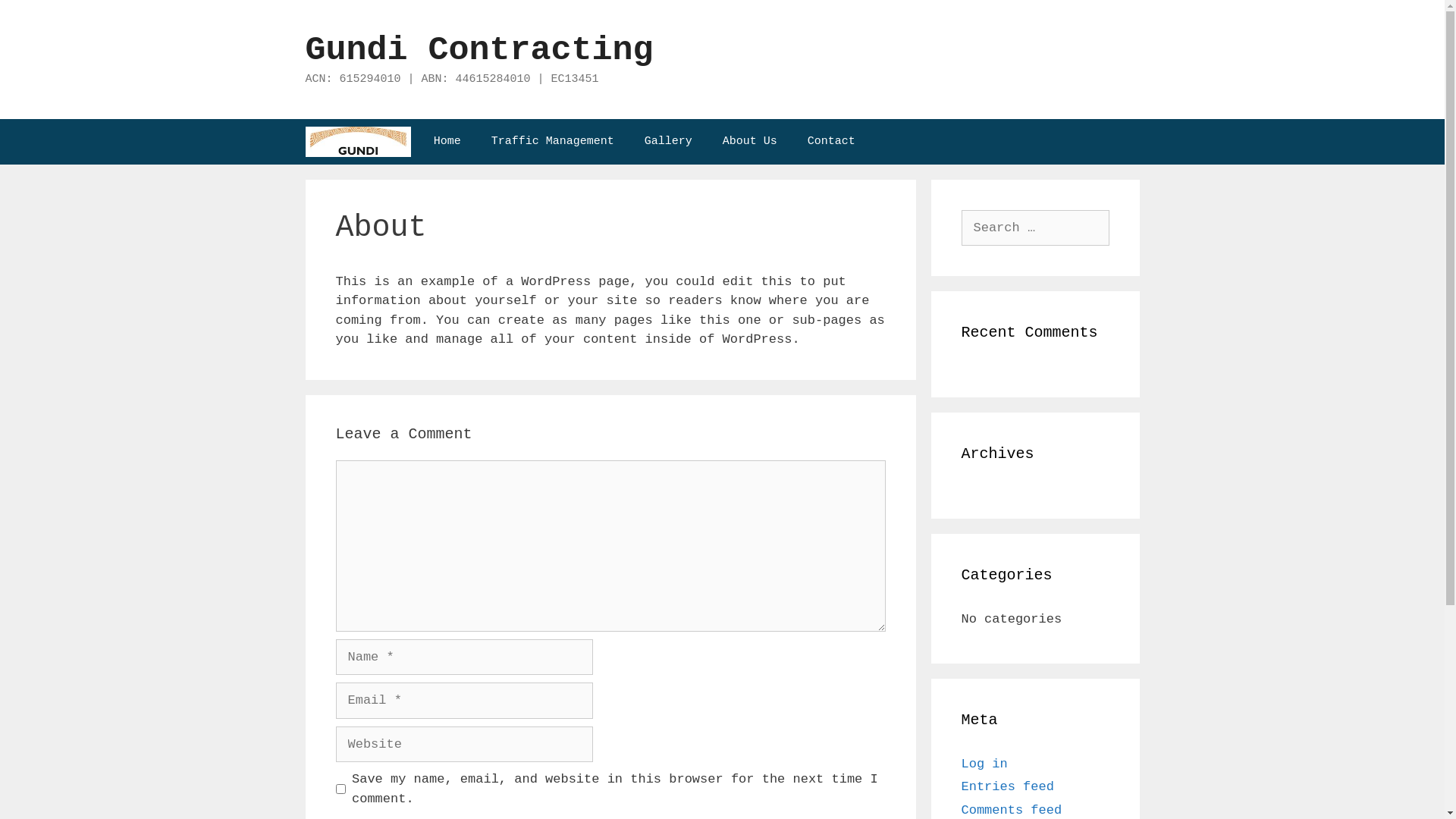  I want to click on 'About Us', so click(706, 140).